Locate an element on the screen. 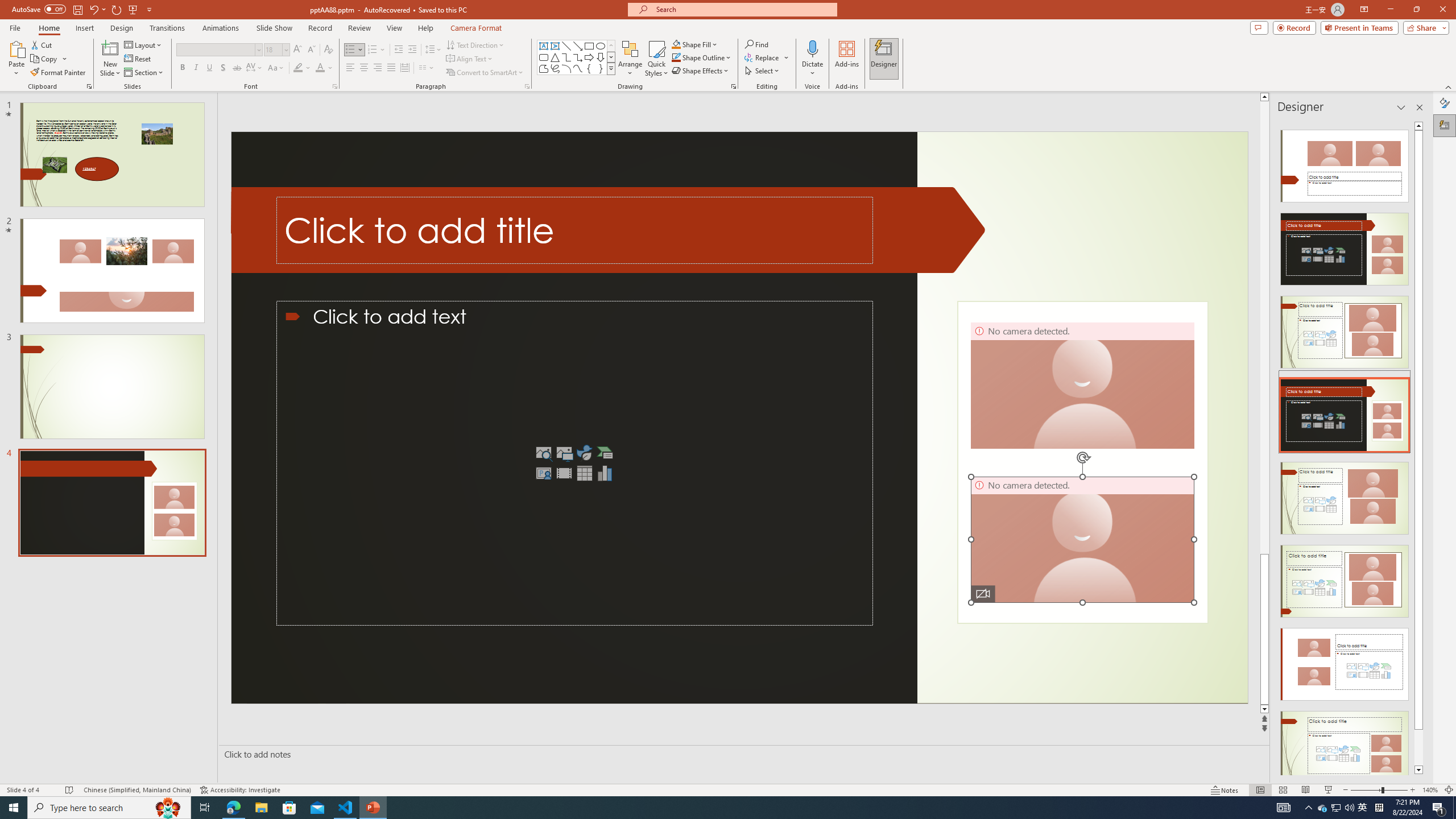  'Shape Effects' is located at coordinates (700, 69).